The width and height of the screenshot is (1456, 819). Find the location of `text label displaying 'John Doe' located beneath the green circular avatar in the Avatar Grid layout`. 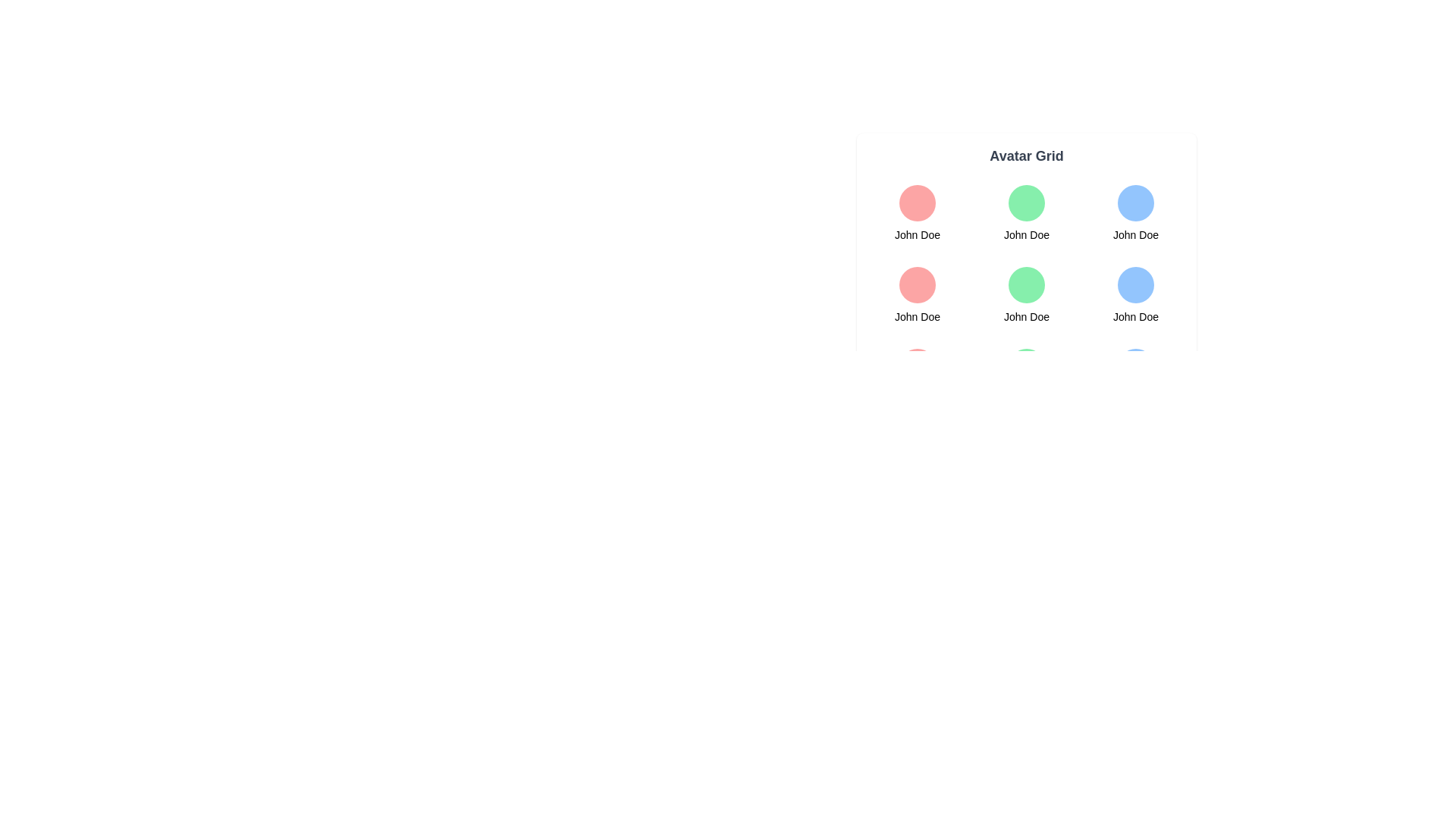

text label displaying 'John Doe' located beneath the green circular avatar in the Avatar Grid layout is located at coordinates (1026, 315).